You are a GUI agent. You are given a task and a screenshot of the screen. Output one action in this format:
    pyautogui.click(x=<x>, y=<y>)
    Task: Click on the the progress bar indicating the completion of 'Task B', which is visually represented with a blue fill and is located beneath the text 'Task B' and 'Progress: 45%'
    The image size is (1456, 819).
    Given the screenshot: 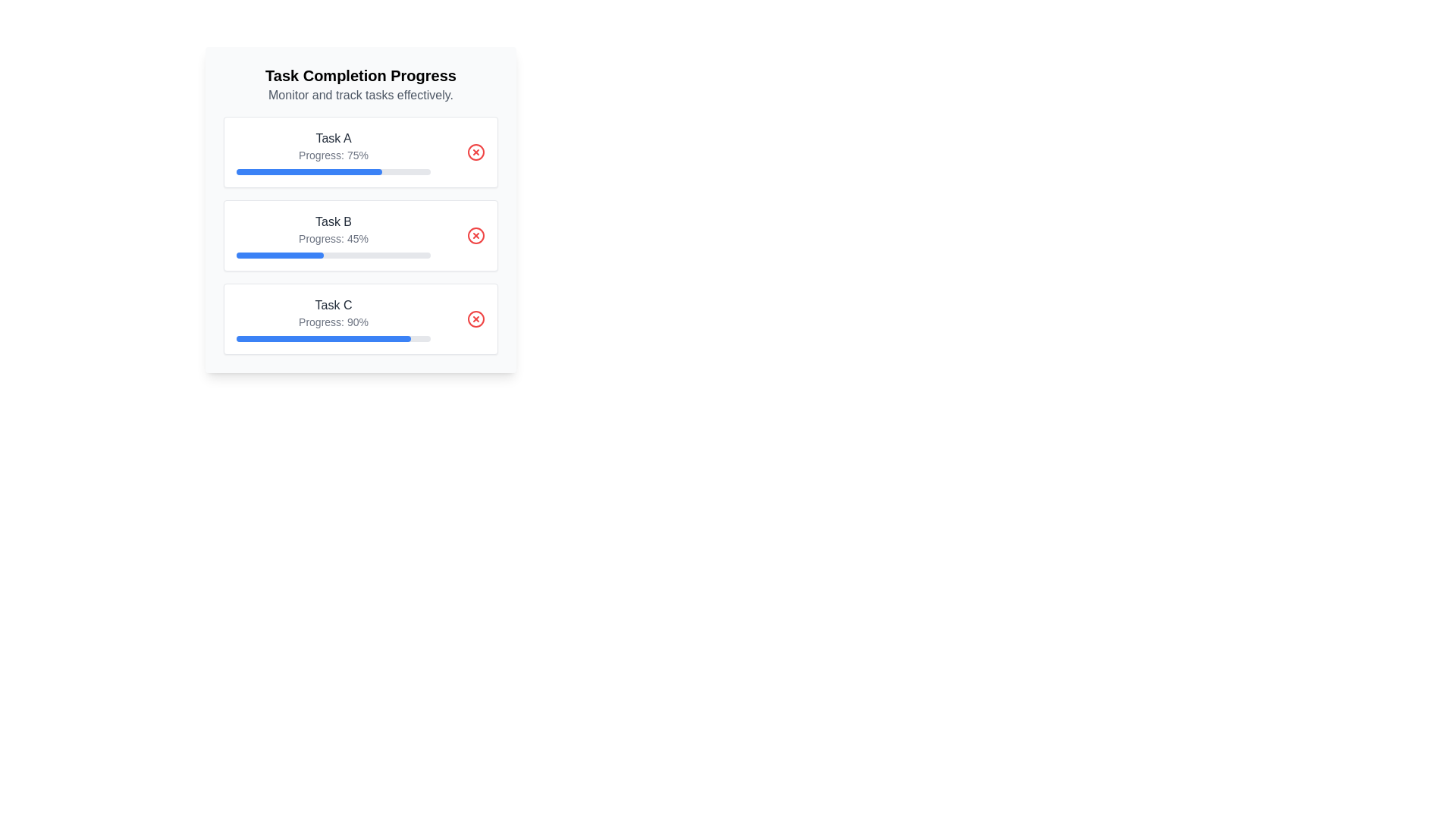 What is the action you would take?
    pyautogui.click(x=333, y=254)
    